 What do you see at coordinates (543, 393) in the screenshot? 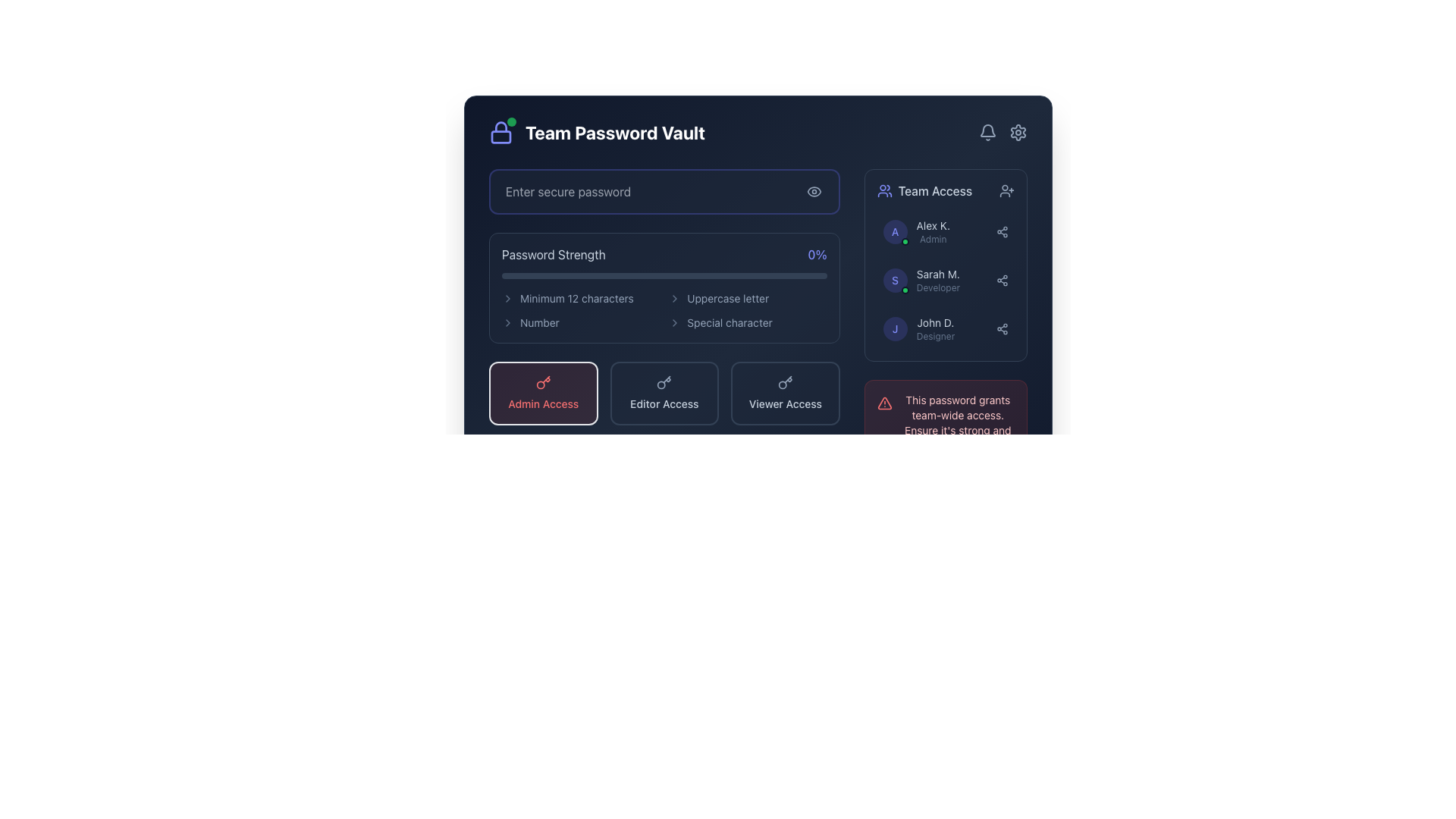
I see `the button that grants administrative access permissions, located in the lower-left part of the interface adjacent to 'Editor Access' and 'Viewer Access'` at bounding box center [543, 393].